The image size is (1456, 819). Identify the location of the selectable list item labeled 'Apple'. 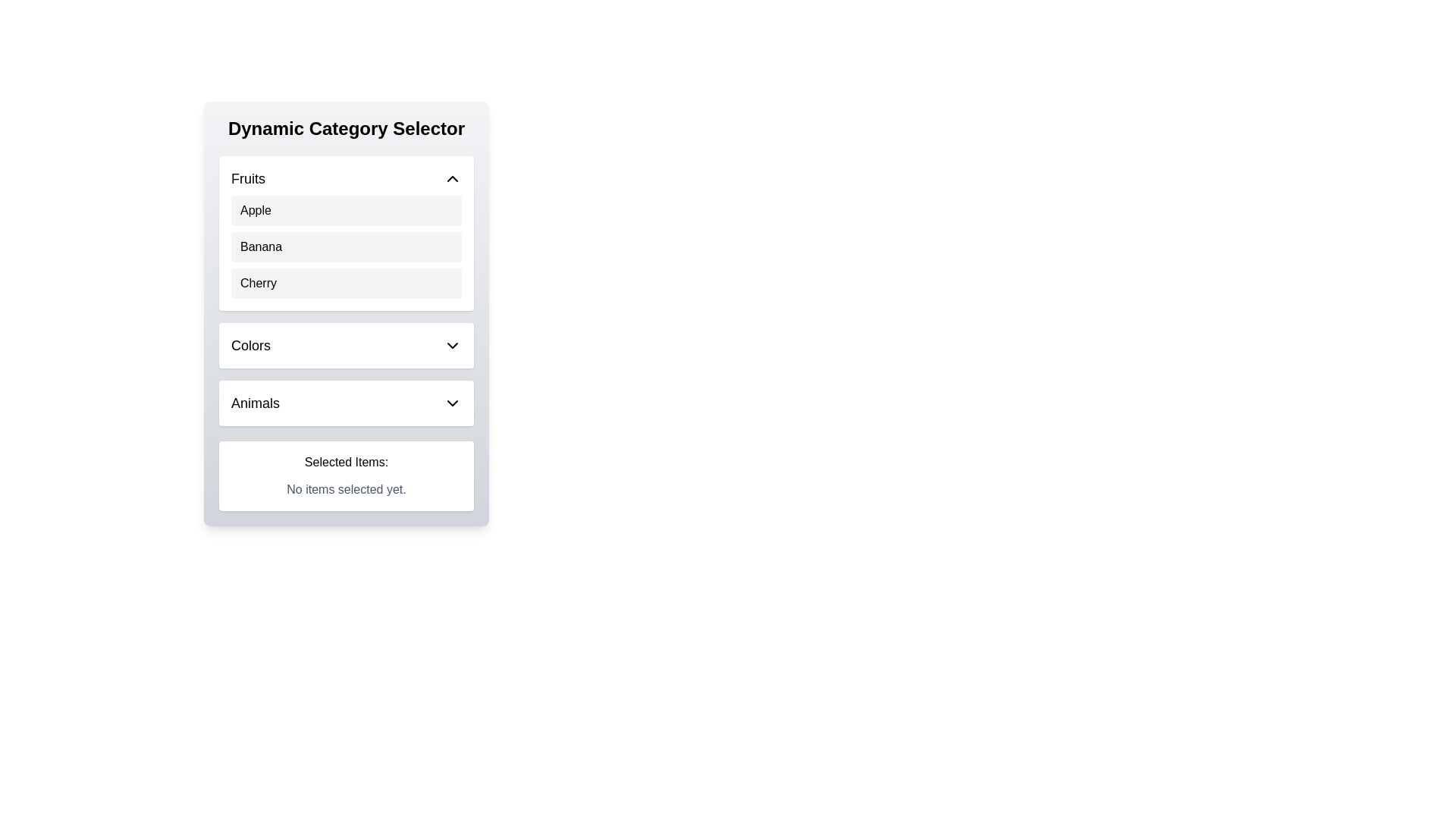
(345, 210).